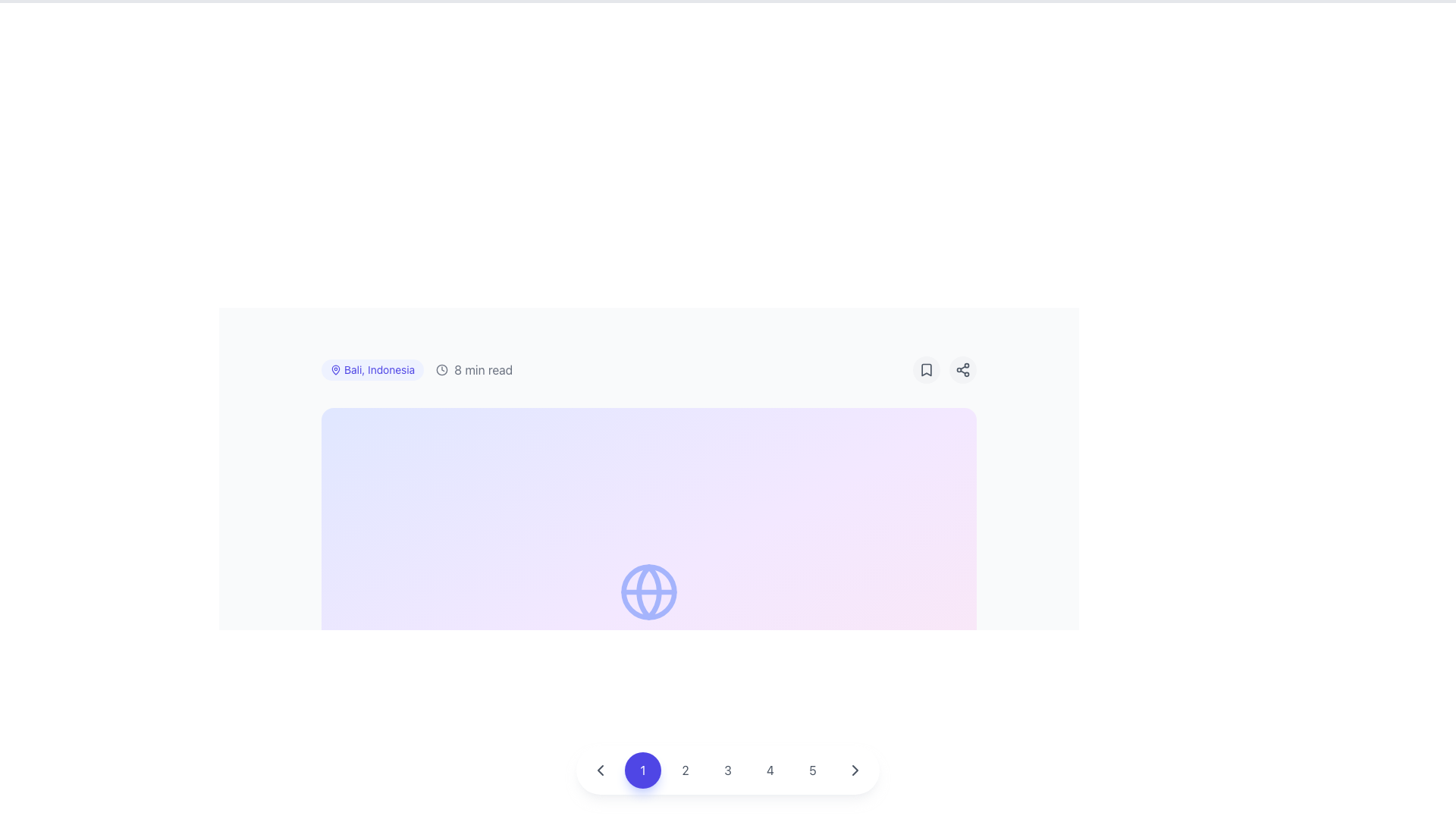 This screenshot has width=1456, height=819. I want to click on the center circle of the globe icon, which is represented by the SVG circle element at the specified coordinates, so click(648, 591).